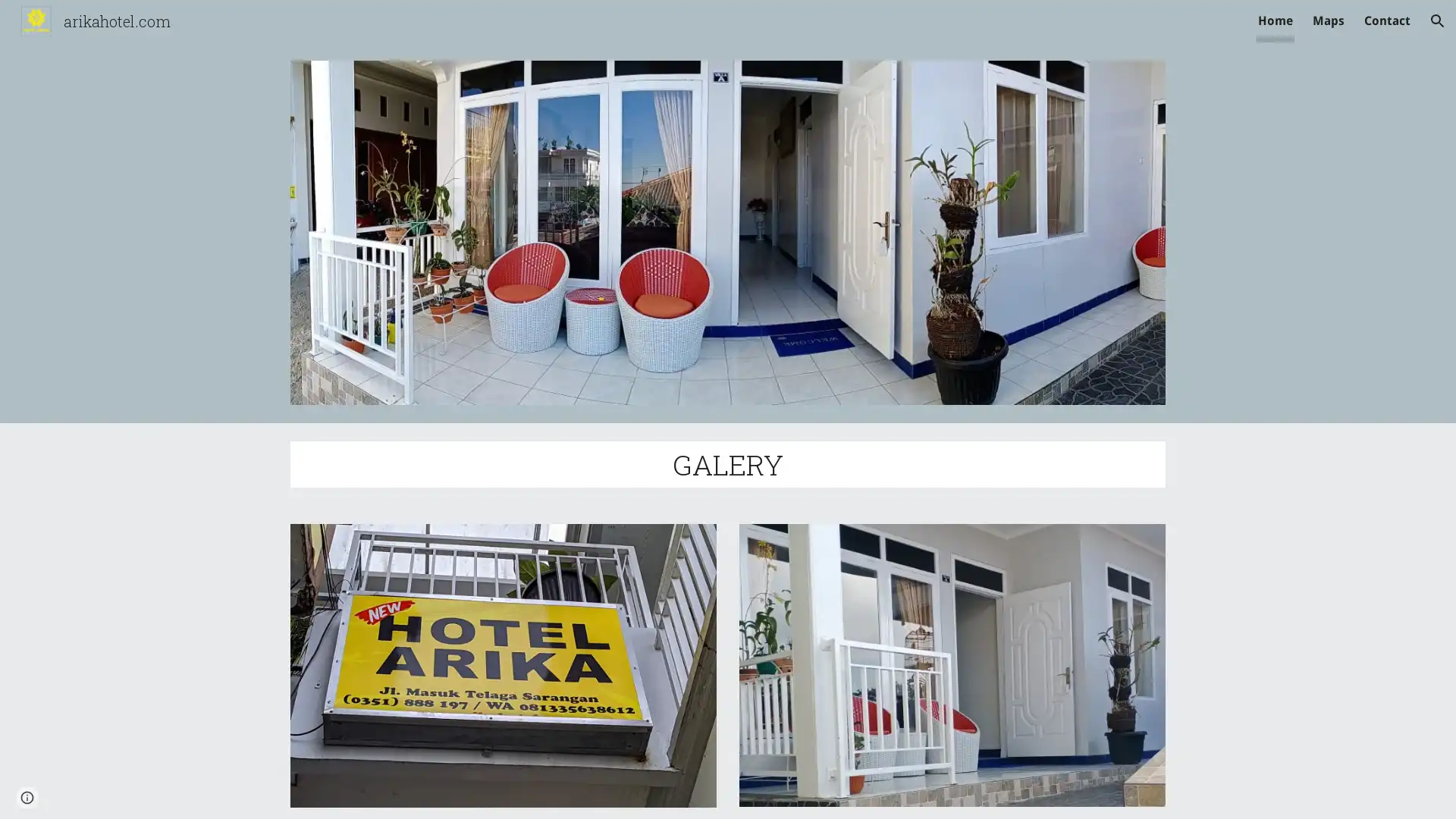 The height and width of the screenshot is (819, 1456). What do you see at coordinates (182, 792) in the screenshot?
I see `Report abuse` at bounding box center [182, 792].